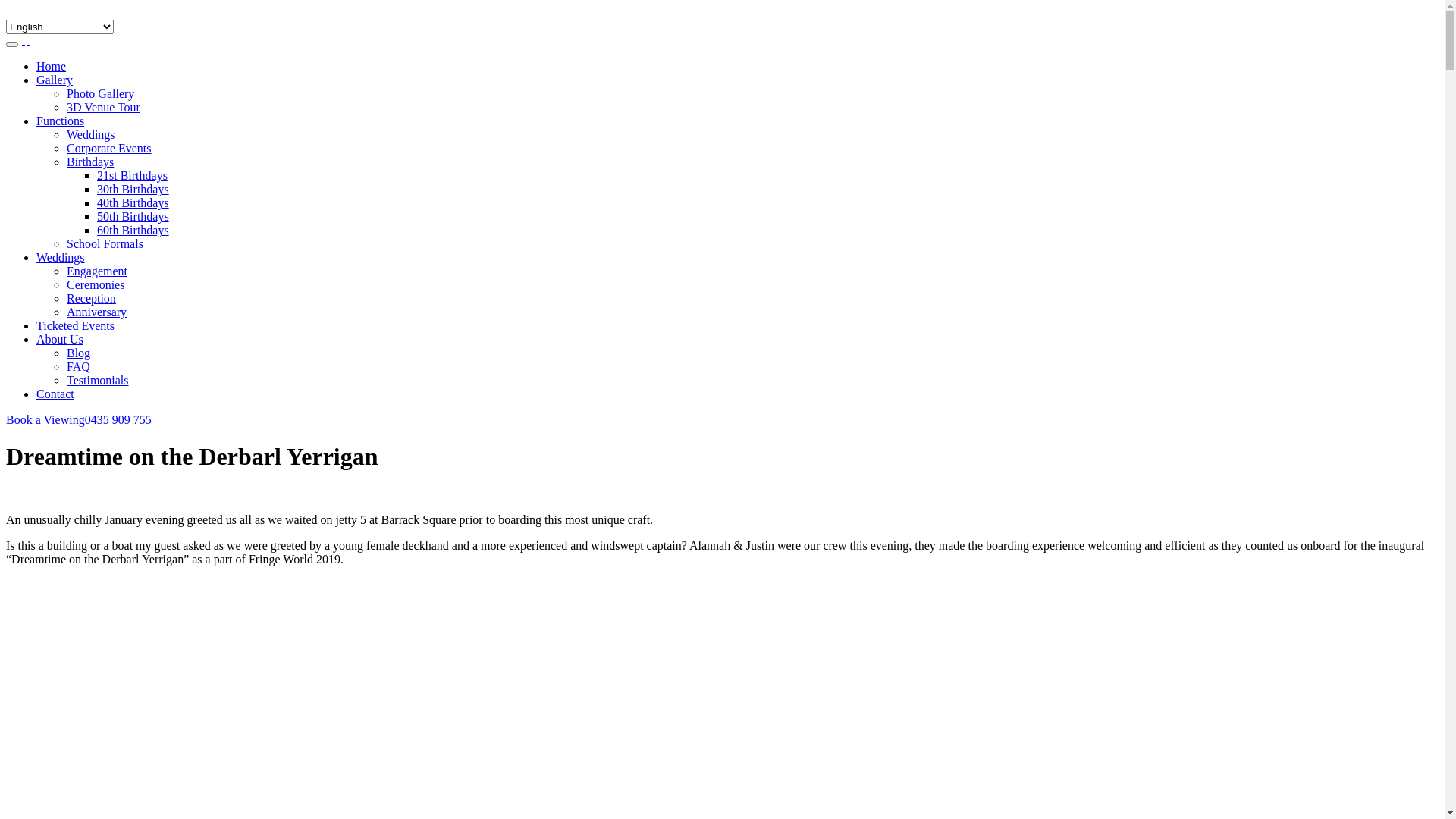 Image resolution: width=1456 pixels, height=819 pixels. Describe the element at coordinates (133, 216) in the screenshot. I see `'50th Birthdays'` at that location.